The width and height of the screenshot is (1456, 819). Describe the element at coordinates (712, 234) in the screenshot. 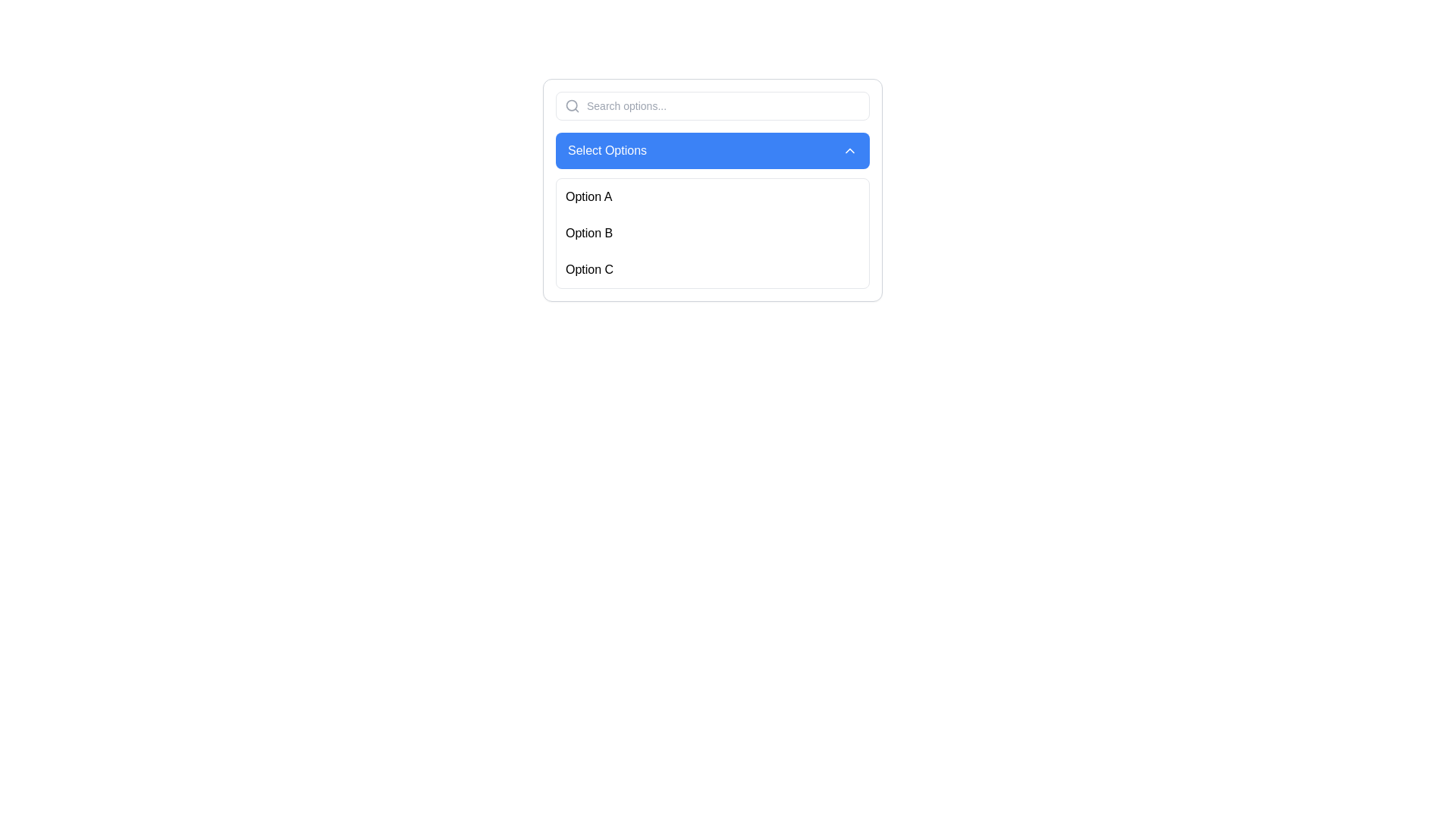

I see `the dropdown menu item labeled 'Option B'` at that location.